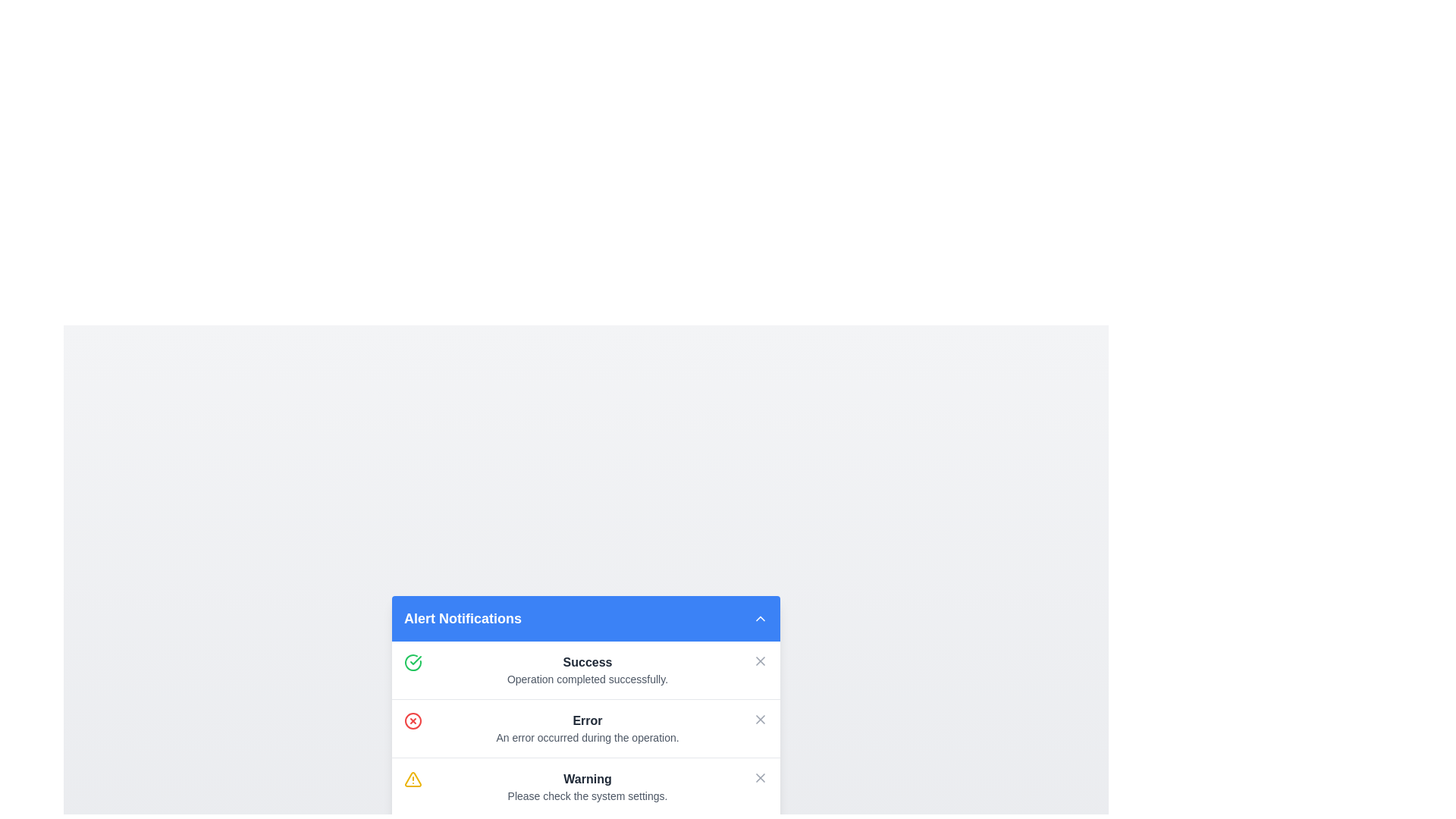  Describe the element at coordinates (413, 719) in the screenshot. I see `the error indicator icon located in the 'Alert Notifications' section, positioned to the left of the text 'Error' and the message 'An error occurred during the operation.'` at that location.